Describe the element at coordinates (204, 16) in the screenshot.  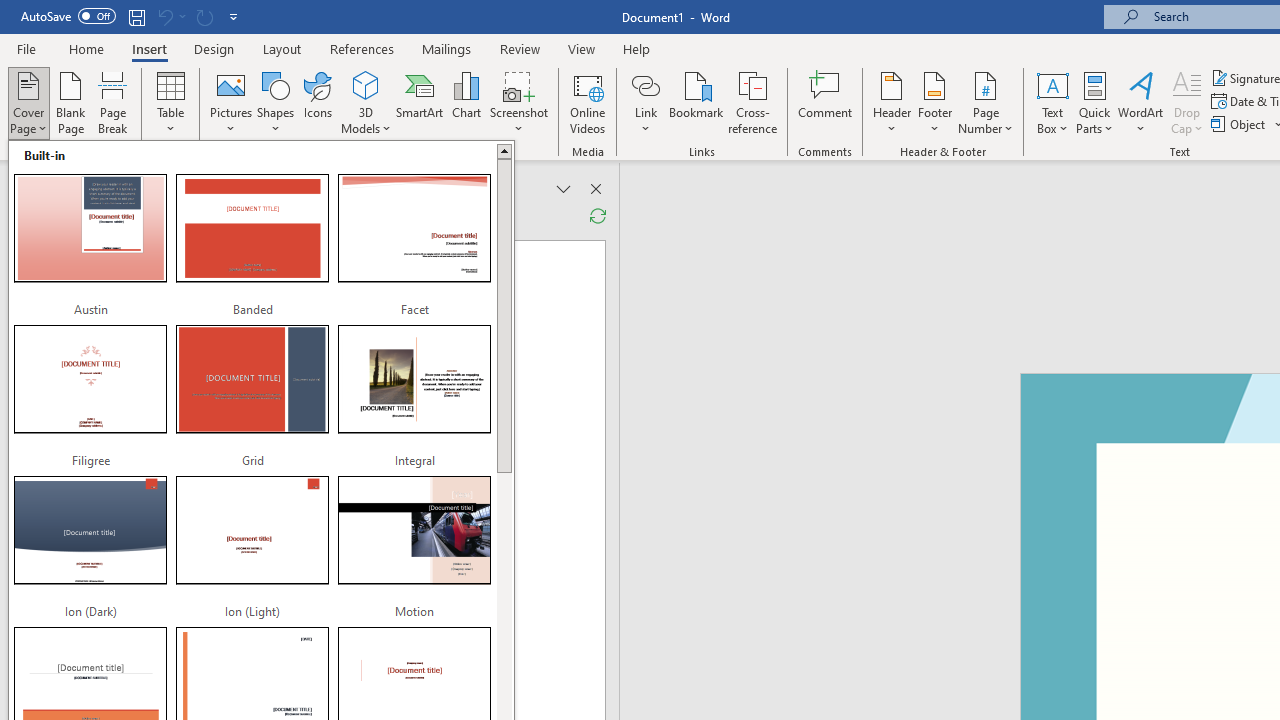
I see `'Can'` at that location.